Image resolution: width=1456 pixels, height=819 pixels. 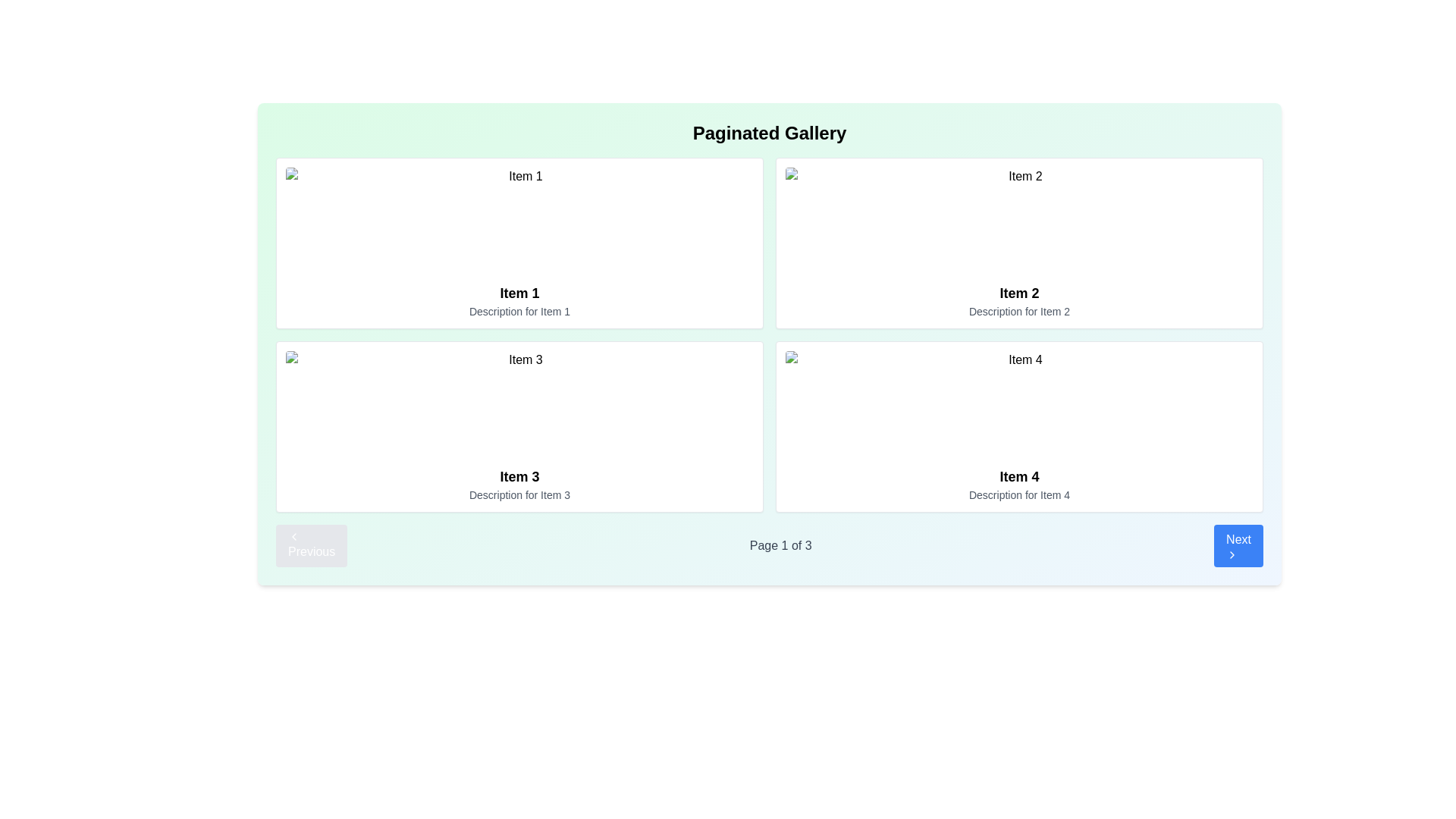 I want to click on the third card component labeled 'Item 3', which is a white card with a rounded border, so click(x=519, y=427).